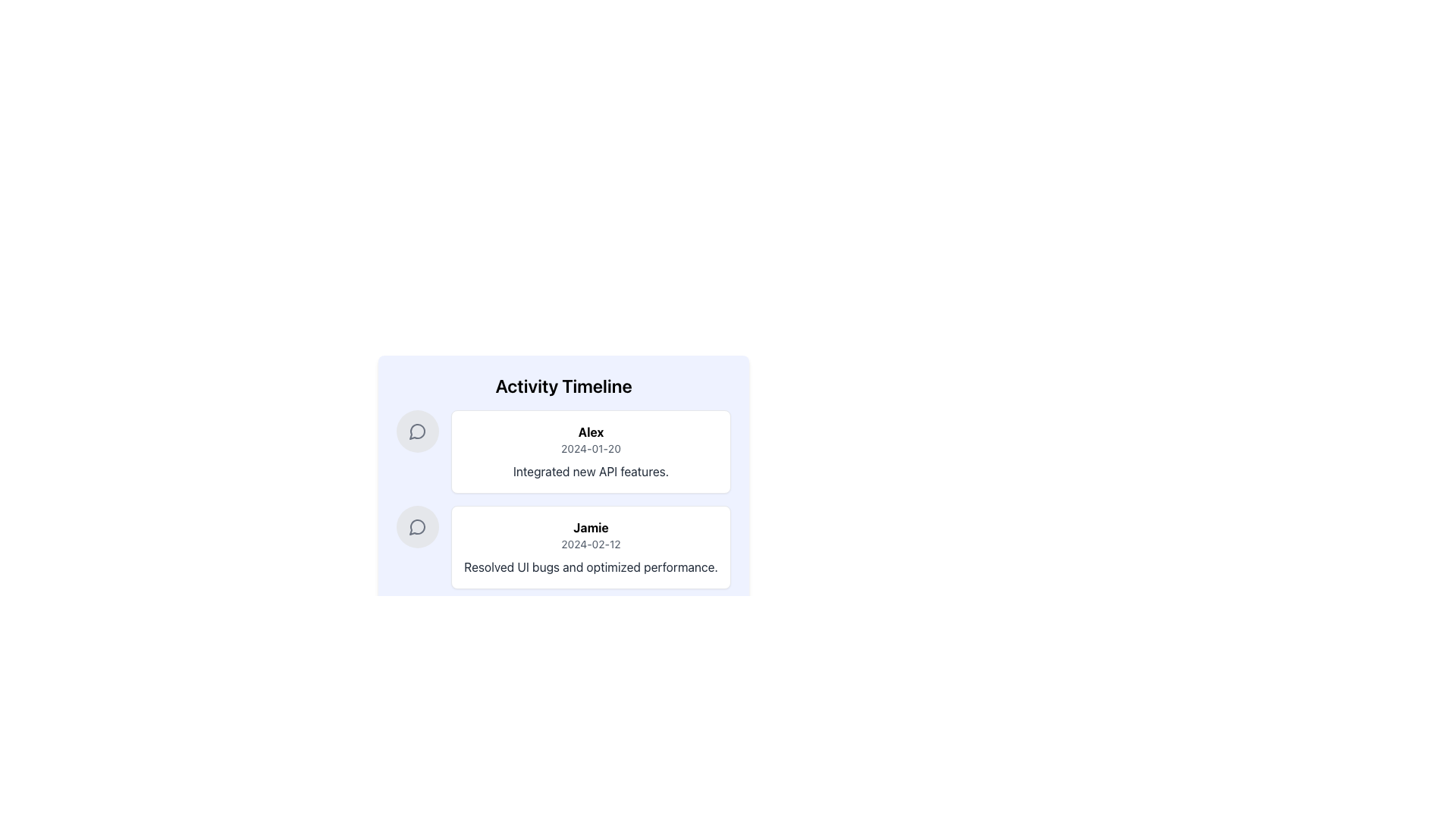 This screenshot has width=1456, height=819. What do you see at coordinates (590, 447) in the screenshot?
I see `the text label displaying the date for user 'Alex' in the 'Activity Timeline' section, located underneath 'Alex' and above 'Integrated new API features'` at bounding box center [590, 447].